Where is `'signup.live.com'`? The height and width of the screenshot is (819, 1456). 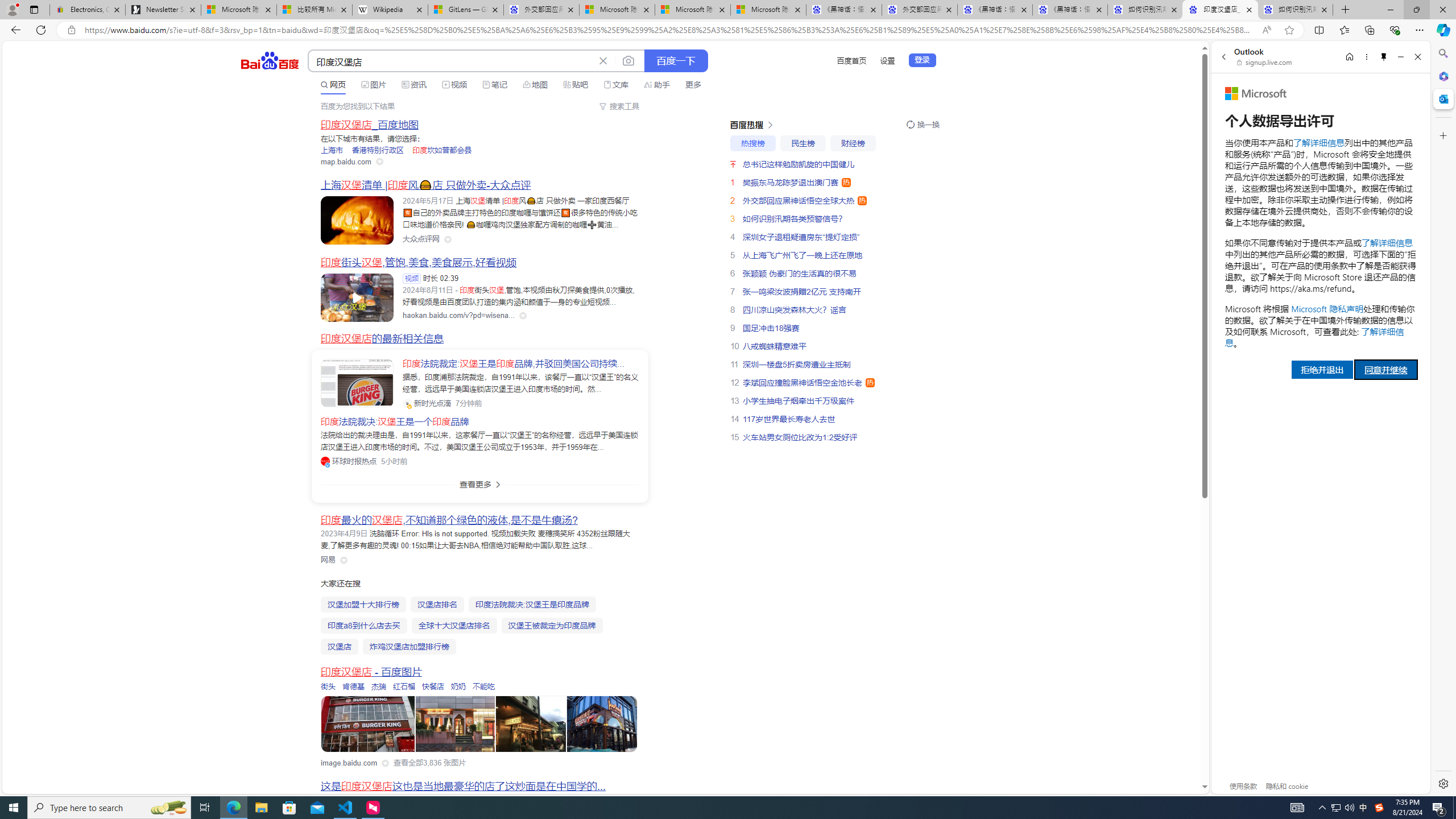 'signup.live.com' is located at coordinates (1264, 61).